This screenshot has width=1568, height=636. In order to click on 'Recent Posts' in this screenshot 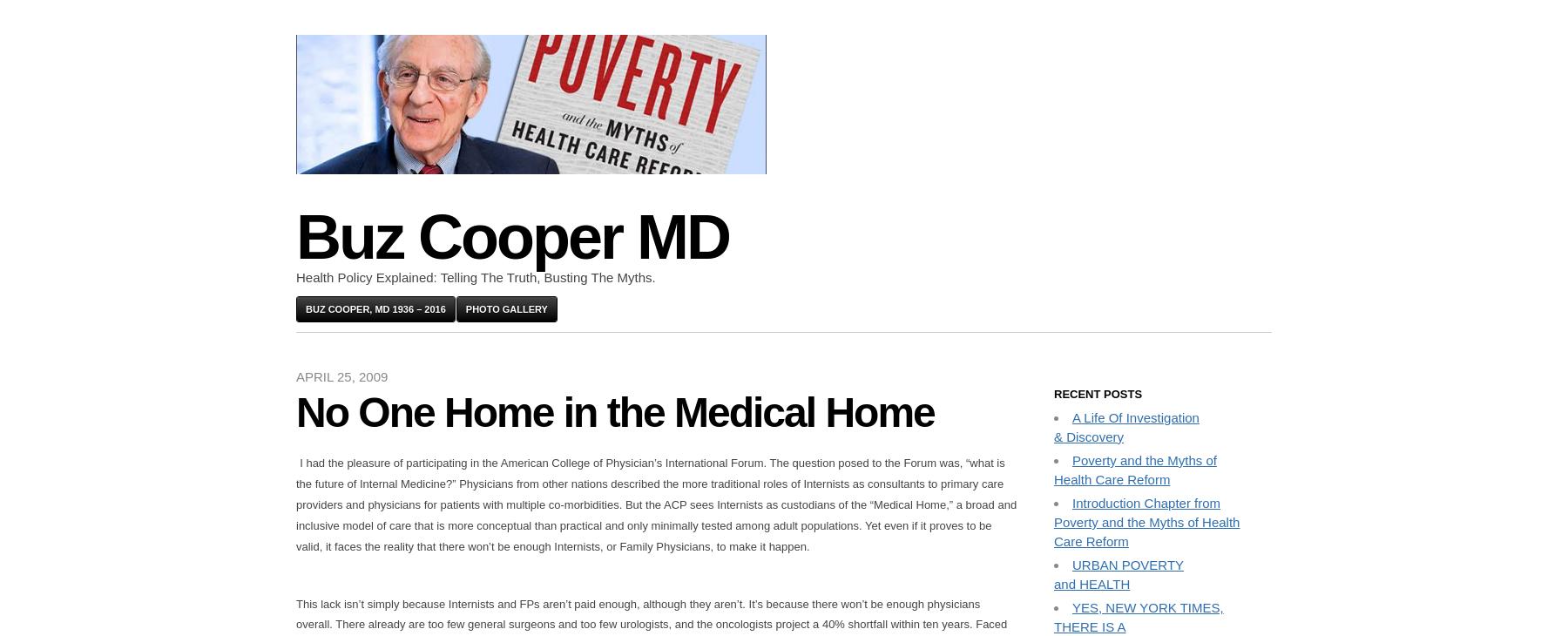, I will do `click(1098, 393)`.